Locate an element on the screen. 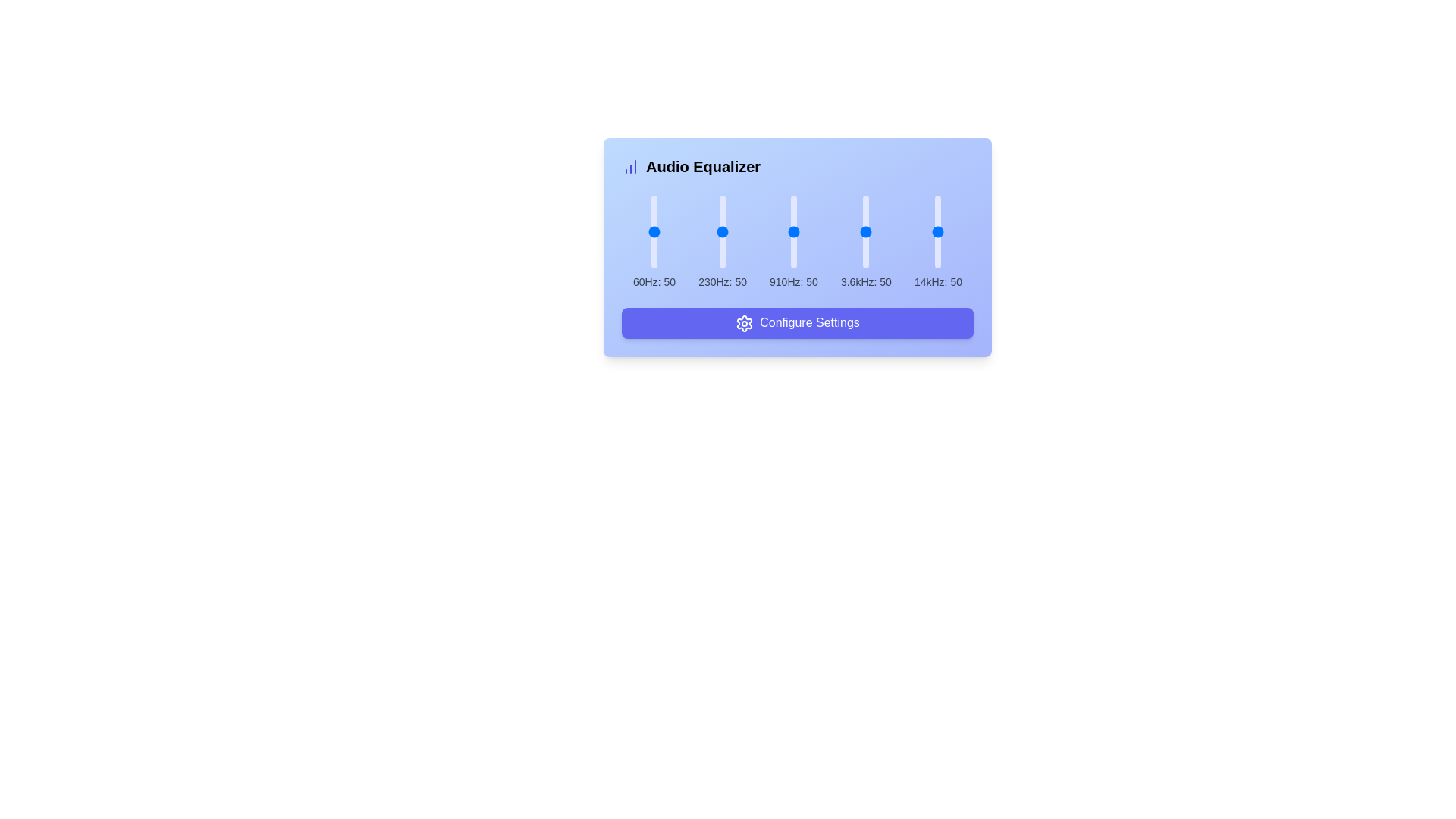  the slider value is located at coordinates (937, 227).